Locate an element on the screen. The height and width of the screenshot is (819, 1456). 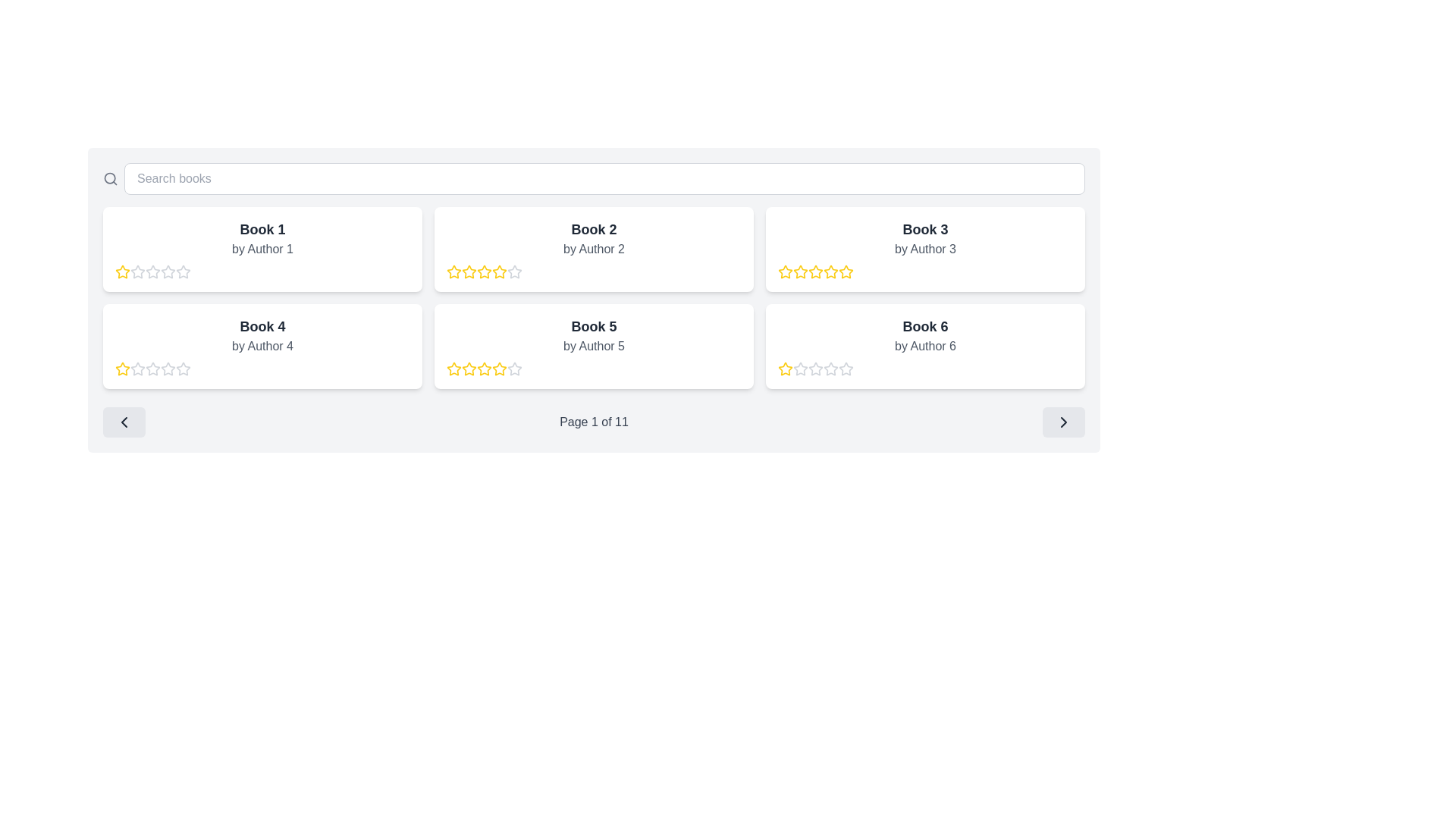
the second star icon in the rating bar for 'Book 1' by 'Author 1' is located at coordinates (152, 271).